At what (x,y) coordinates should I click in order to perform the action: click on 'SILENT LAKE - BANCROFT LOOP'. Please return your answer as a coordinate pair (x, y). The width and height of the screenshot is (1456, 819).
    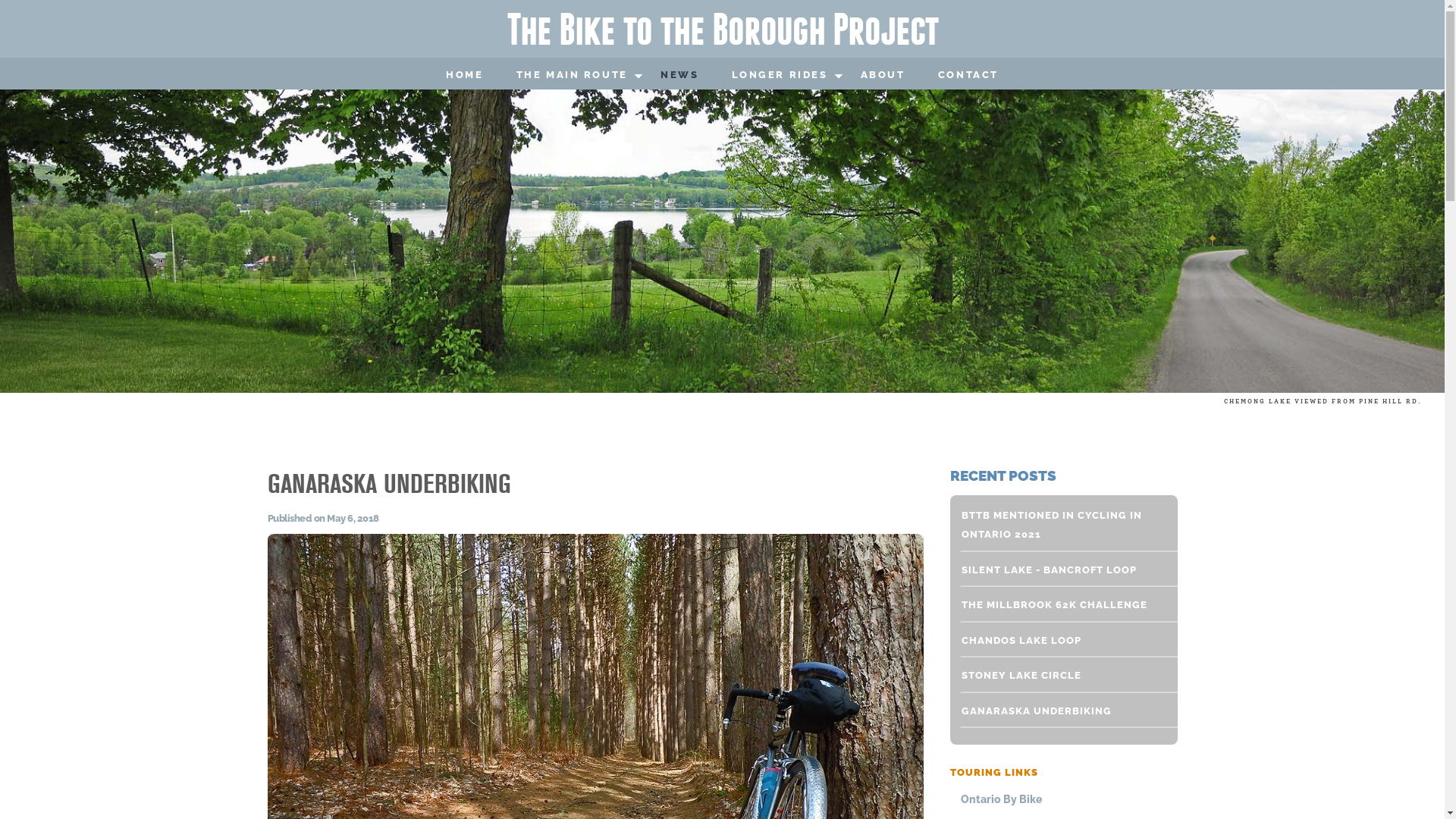
    Looking at the image, I should click on (1059, 570).